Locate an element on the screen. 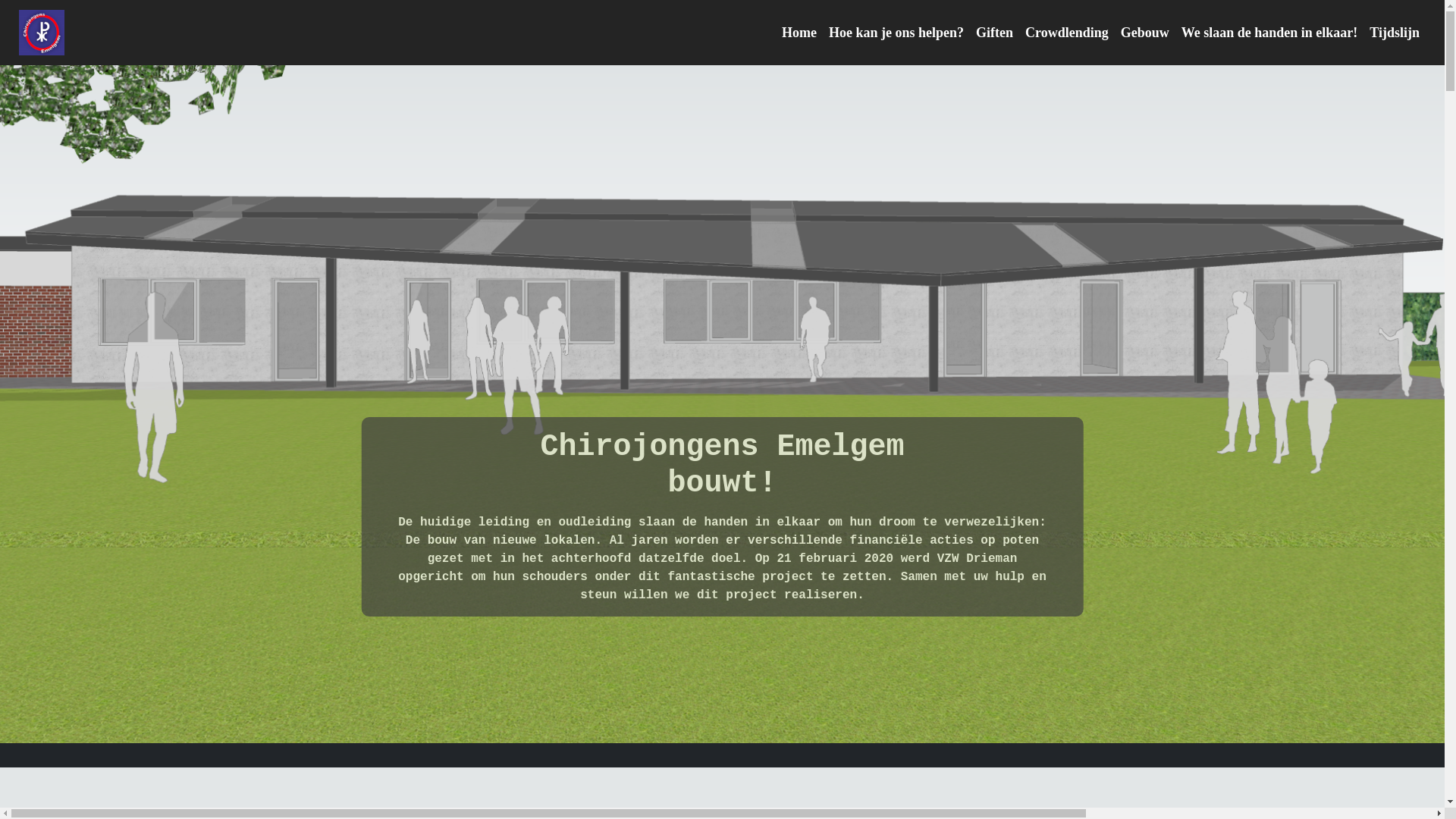 The height and width of the screenshot is (819, 1456). 'Hoe kan je ons helpen?' is located at coordinates (896, 33).